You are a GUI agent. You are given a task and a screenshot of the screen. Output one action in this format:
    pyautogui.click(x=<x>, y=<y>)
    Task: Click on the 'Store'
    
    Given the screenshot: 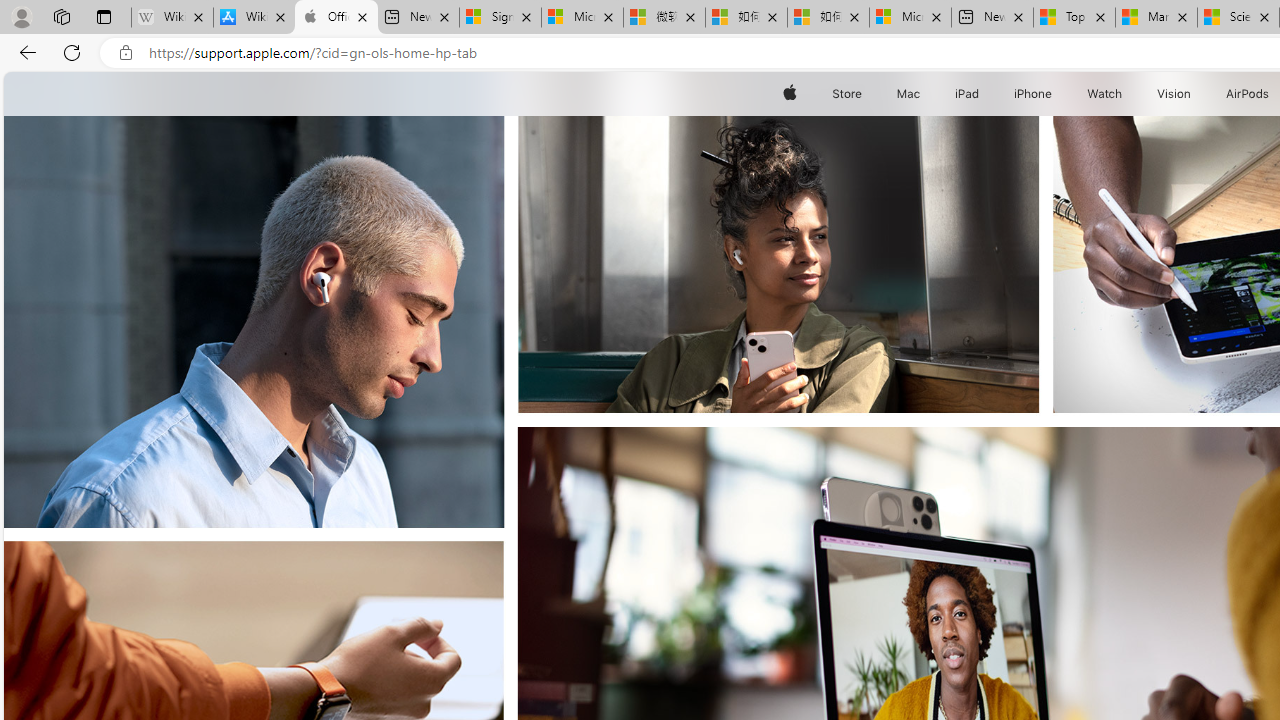 What is the action you would take?
    pyautogui.click(x=846, y=93)
    